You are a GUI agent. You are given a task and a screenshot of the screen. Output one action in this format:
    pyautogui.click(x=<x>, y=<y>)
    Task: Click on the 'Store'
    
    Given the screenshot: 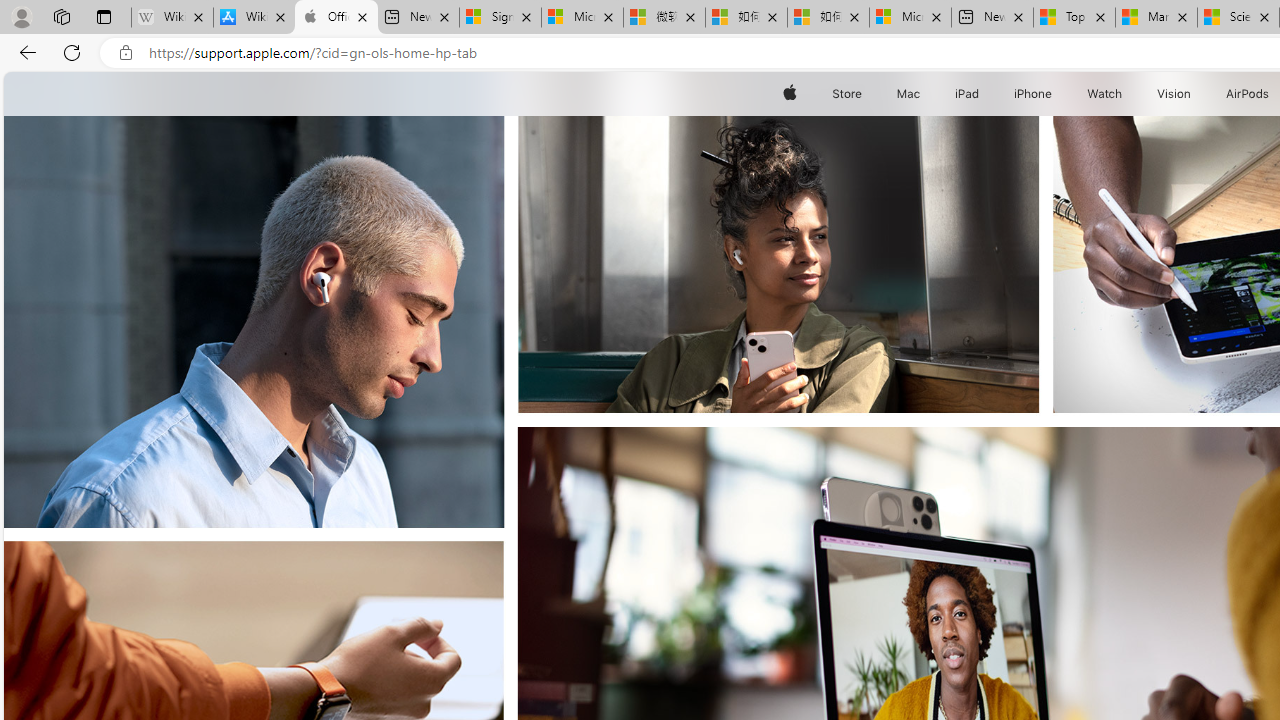 What is the action you would take?
    pyautogui.click(x=846, y=93)
    